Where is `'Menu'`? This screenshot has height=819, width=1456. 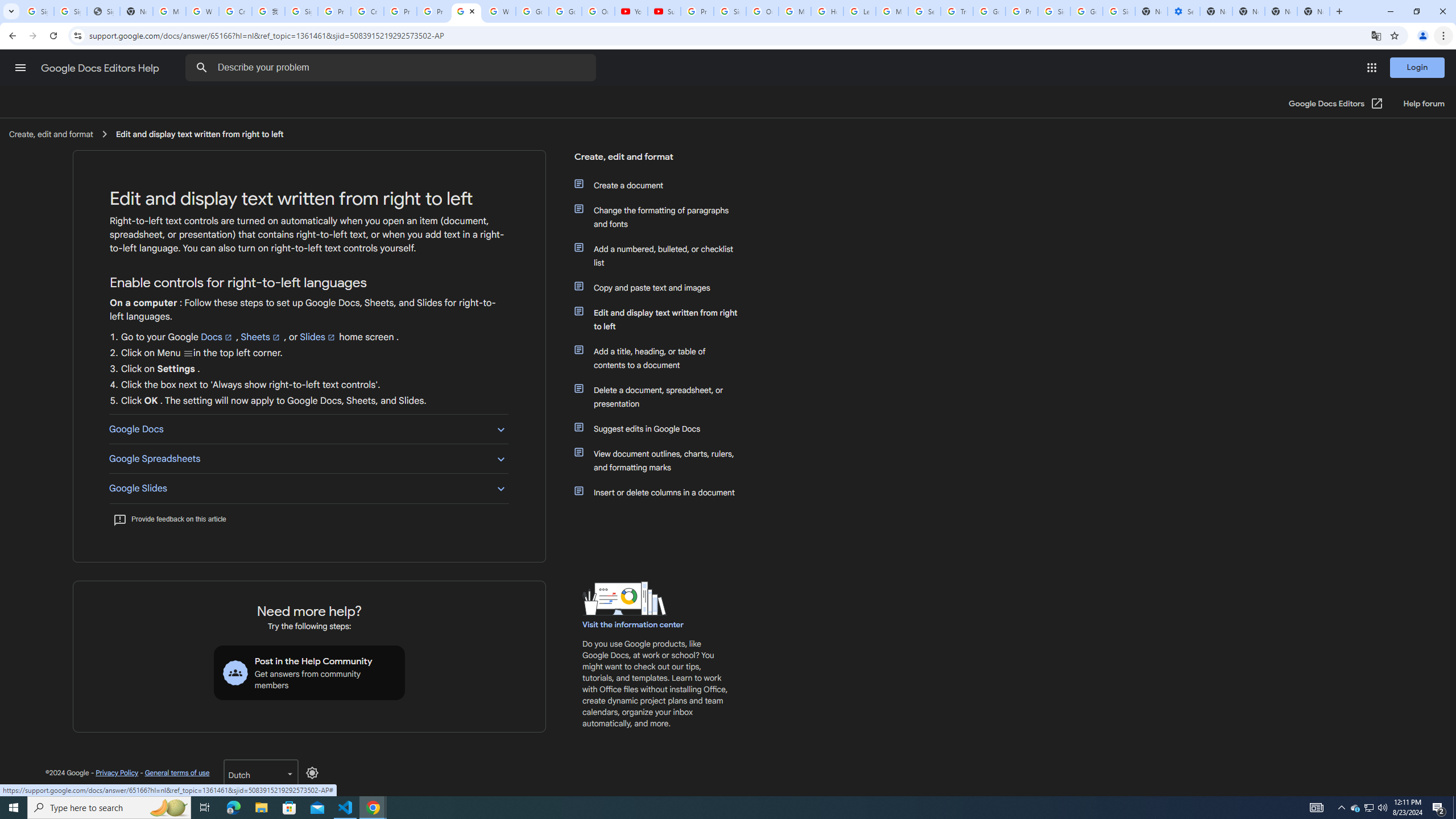
'Menu' is located at coordinates (188, 353).